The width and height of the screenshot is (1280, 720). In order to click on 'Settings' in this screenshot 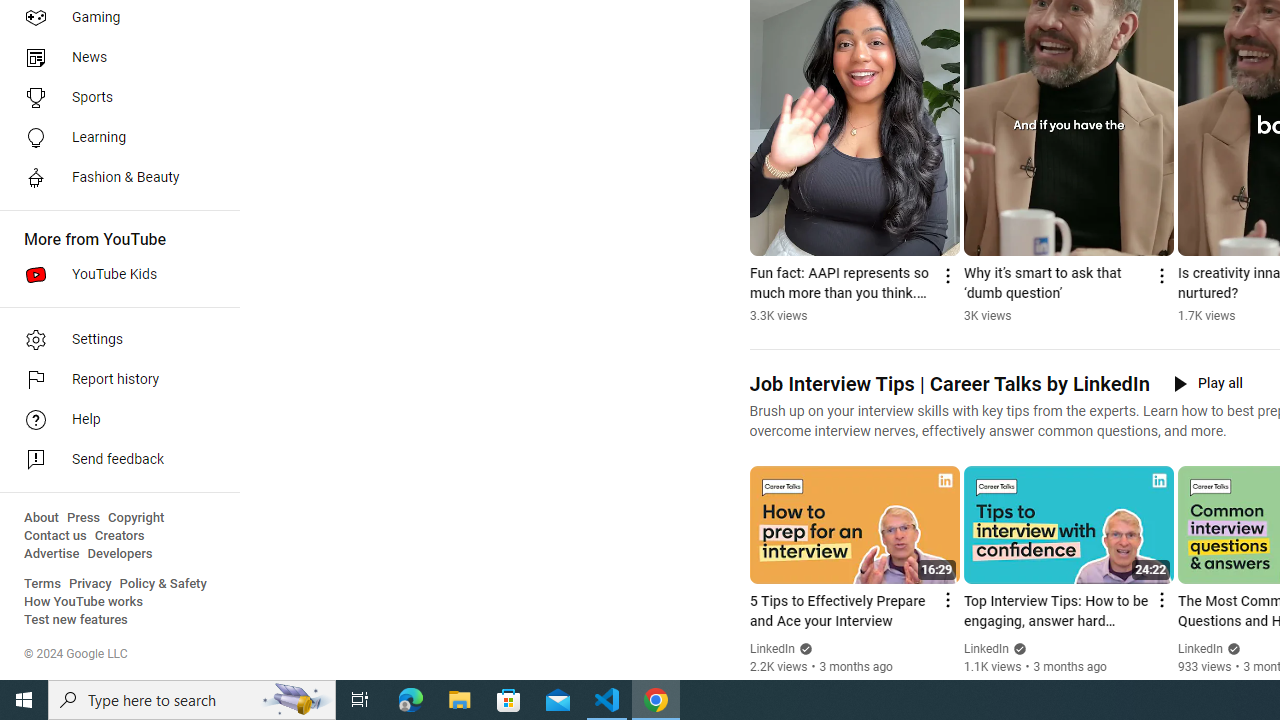, I will do `click(112, 338)`.